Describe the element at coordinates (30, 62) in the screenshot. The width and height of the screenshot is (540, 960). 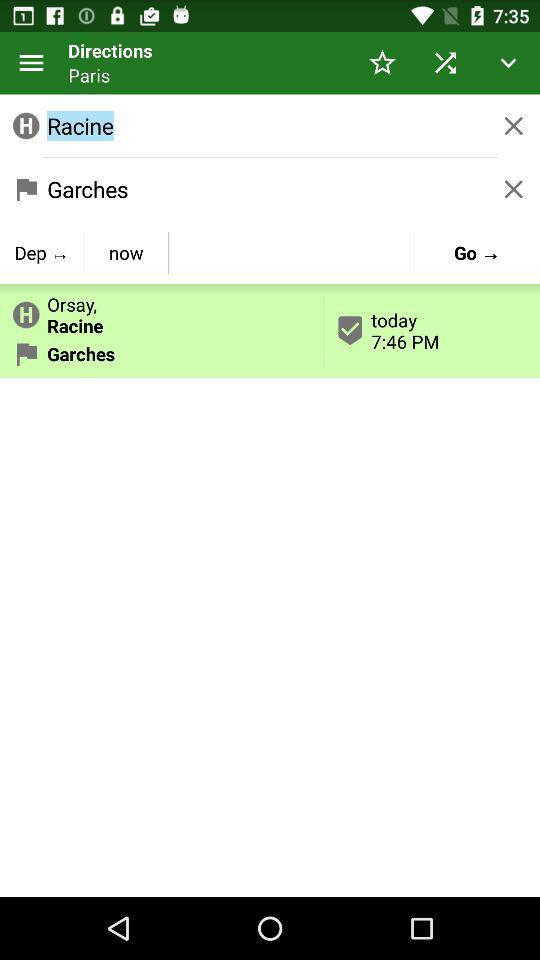
I see `the item above racine` at that location.